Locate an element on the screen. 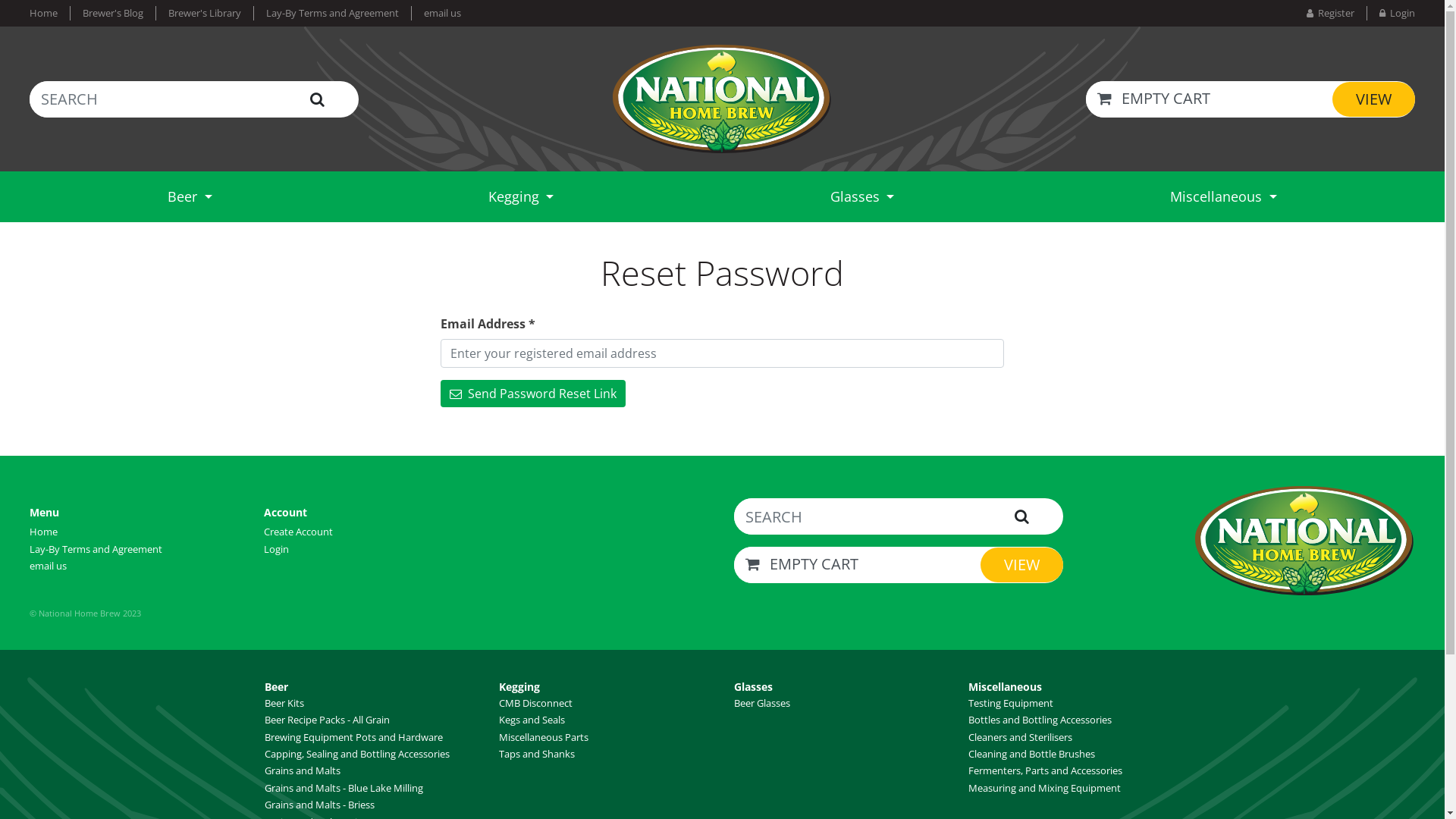  'Measuring and Mixing Equipment' is located at coordinates (1043, 786).